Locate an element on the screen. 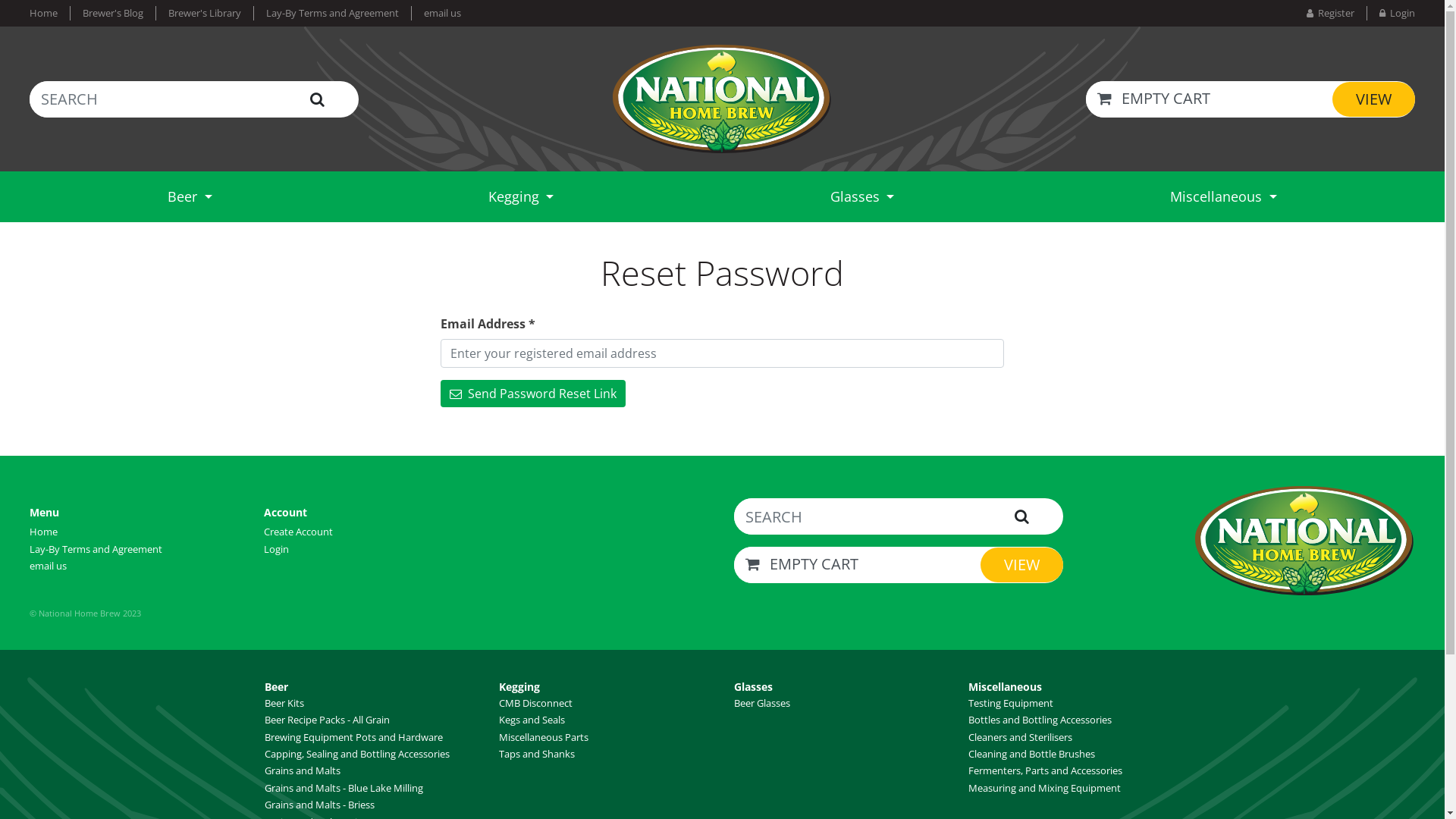  'Measuring and Mixing Equipment' is located at coordinates (1043, 786).